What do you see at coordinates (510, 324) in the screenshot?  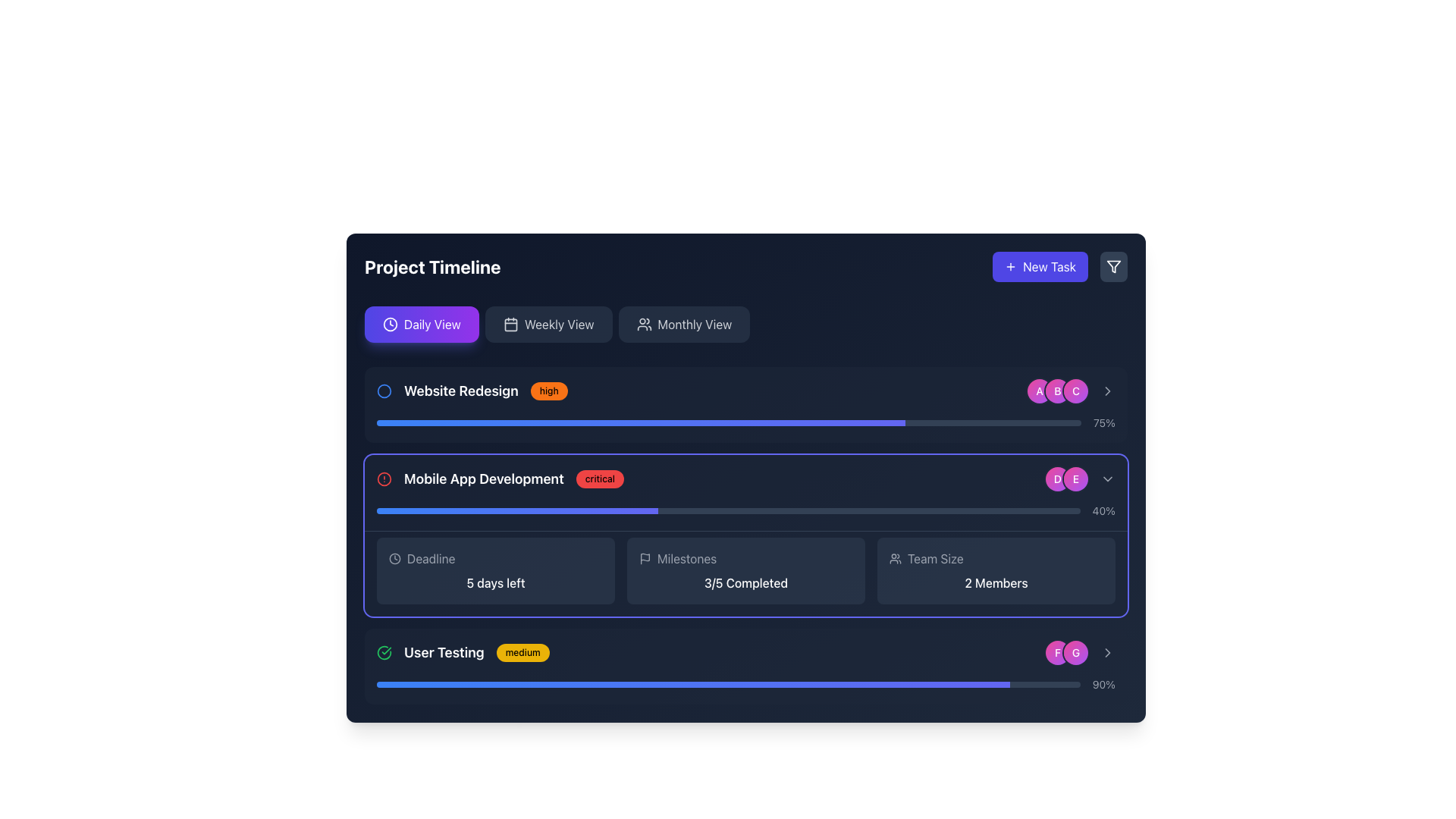 I see `the inner content area of the calendar icon, which is represented by a non-interactive SVG rectangle shape located centrally within the calendar's boundary` at bounding box center [510, 324].